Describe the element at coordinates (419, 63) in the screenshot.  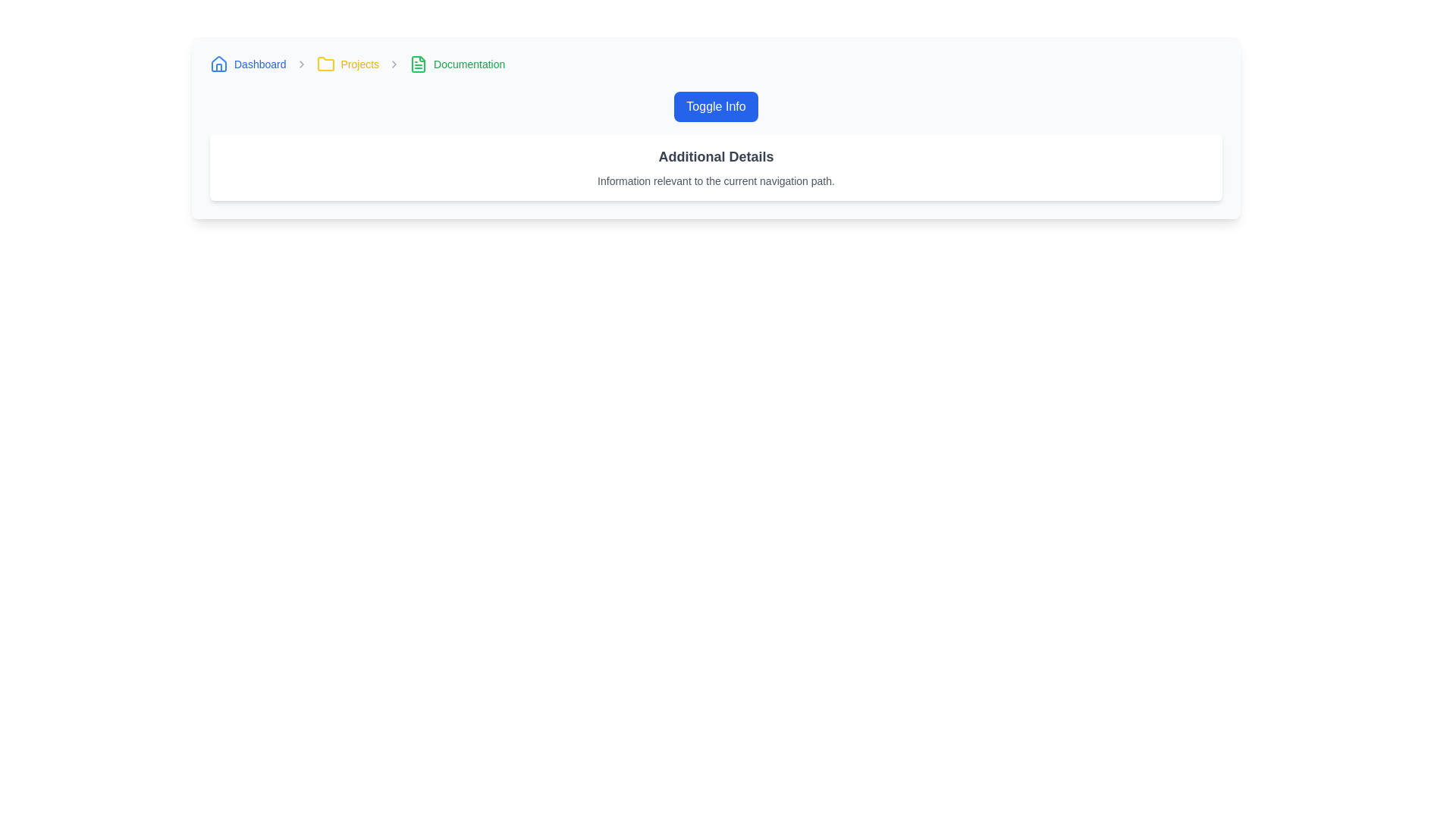
I see `the green document icon located in the breadcrumb navigation bar, situated between the folder icon for 'Projects' and the text 'Documentation'` at that location.